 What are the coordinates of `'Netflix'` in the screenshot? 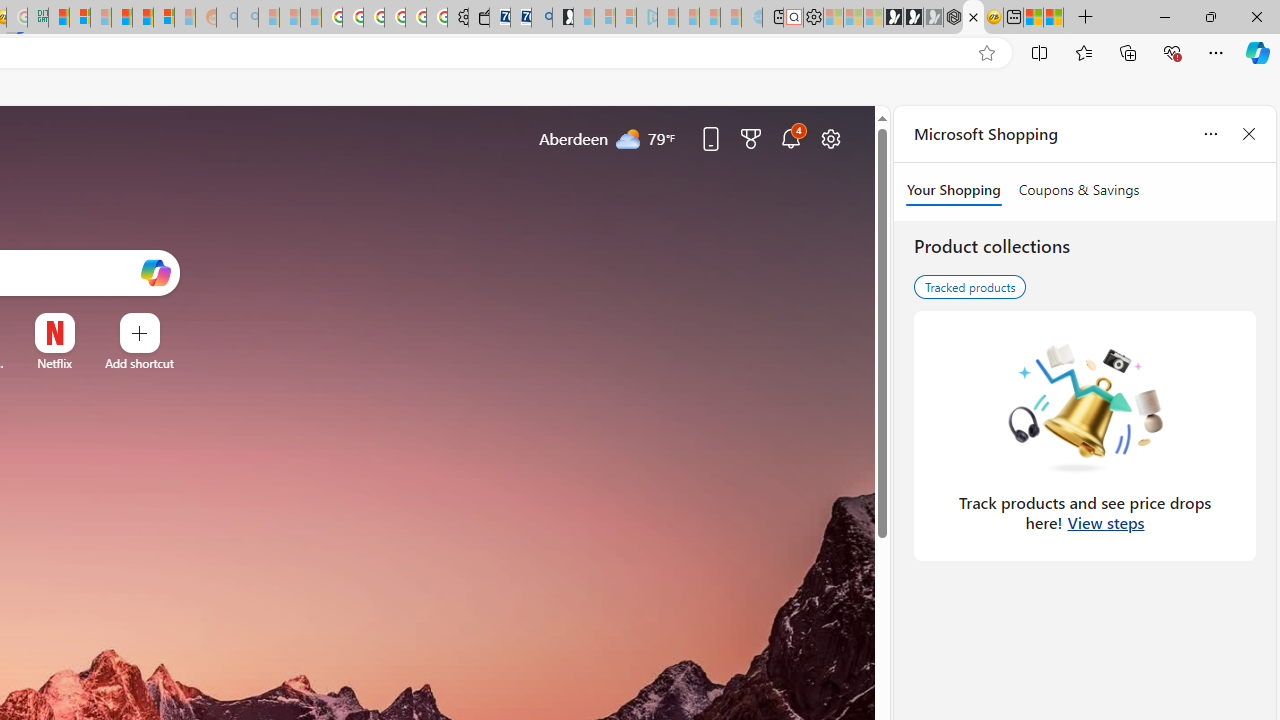 It's located at (54, 363).